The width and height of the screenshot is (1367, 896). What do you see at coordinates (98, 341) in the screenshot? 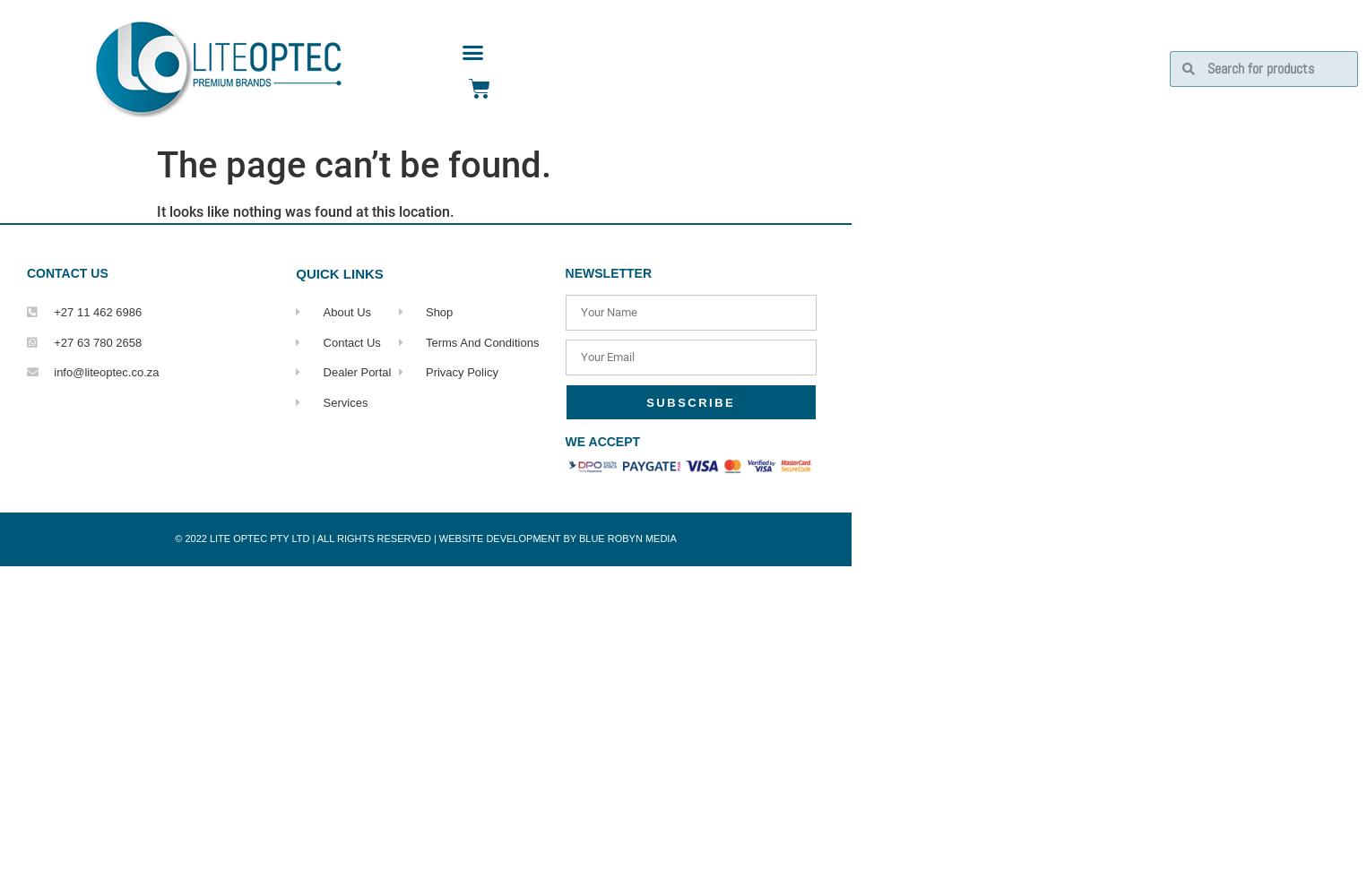
I see `'+27 63 780 2658'` at bounding box center [98, 341].